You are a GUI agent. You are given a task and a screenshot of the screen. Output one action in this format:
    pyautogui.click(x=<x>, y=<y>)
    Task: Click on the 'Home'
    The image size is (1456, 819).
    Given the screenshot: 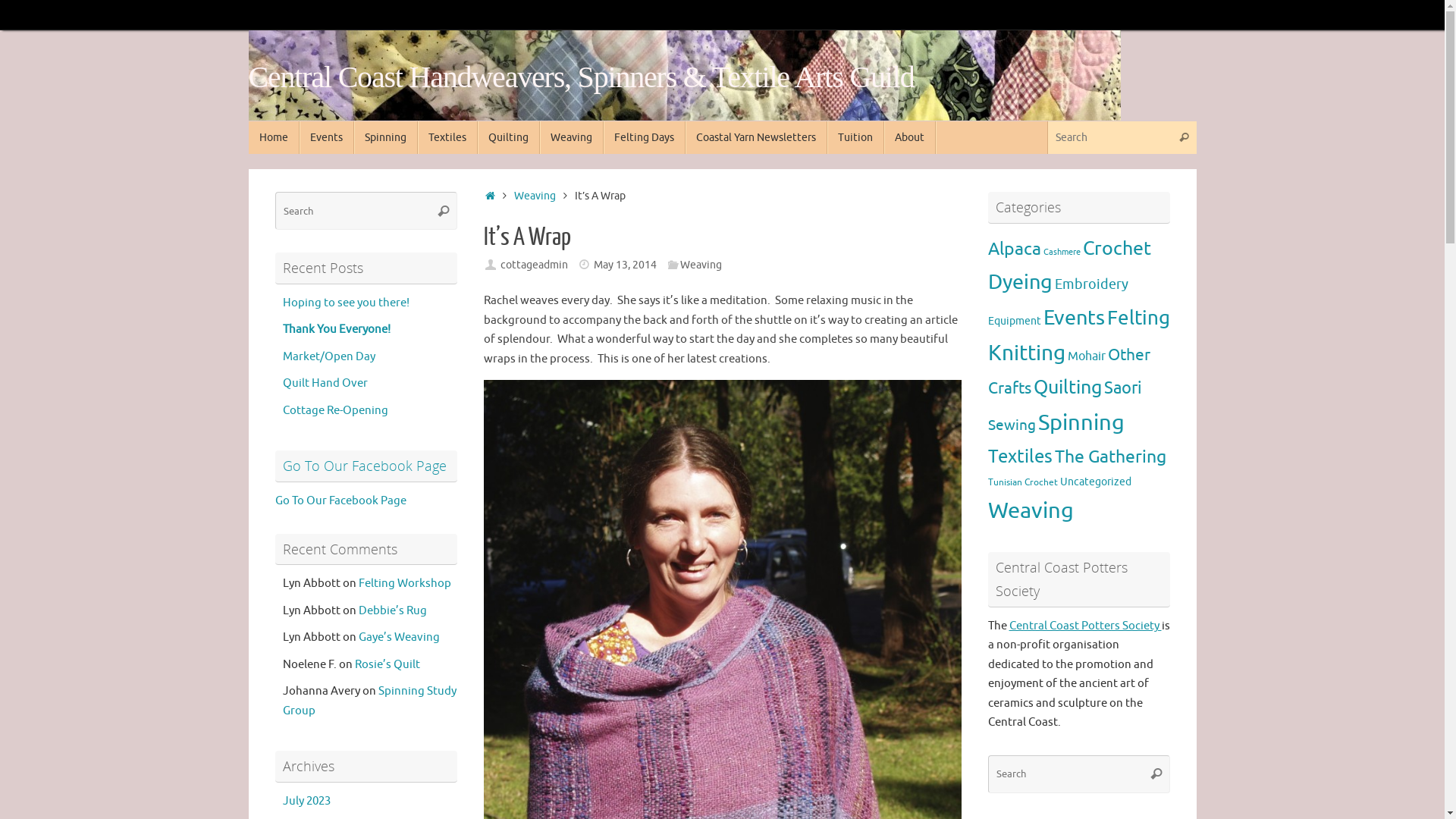 What is the action you would take?
    pyautogui.click(x=248, y=137)
    